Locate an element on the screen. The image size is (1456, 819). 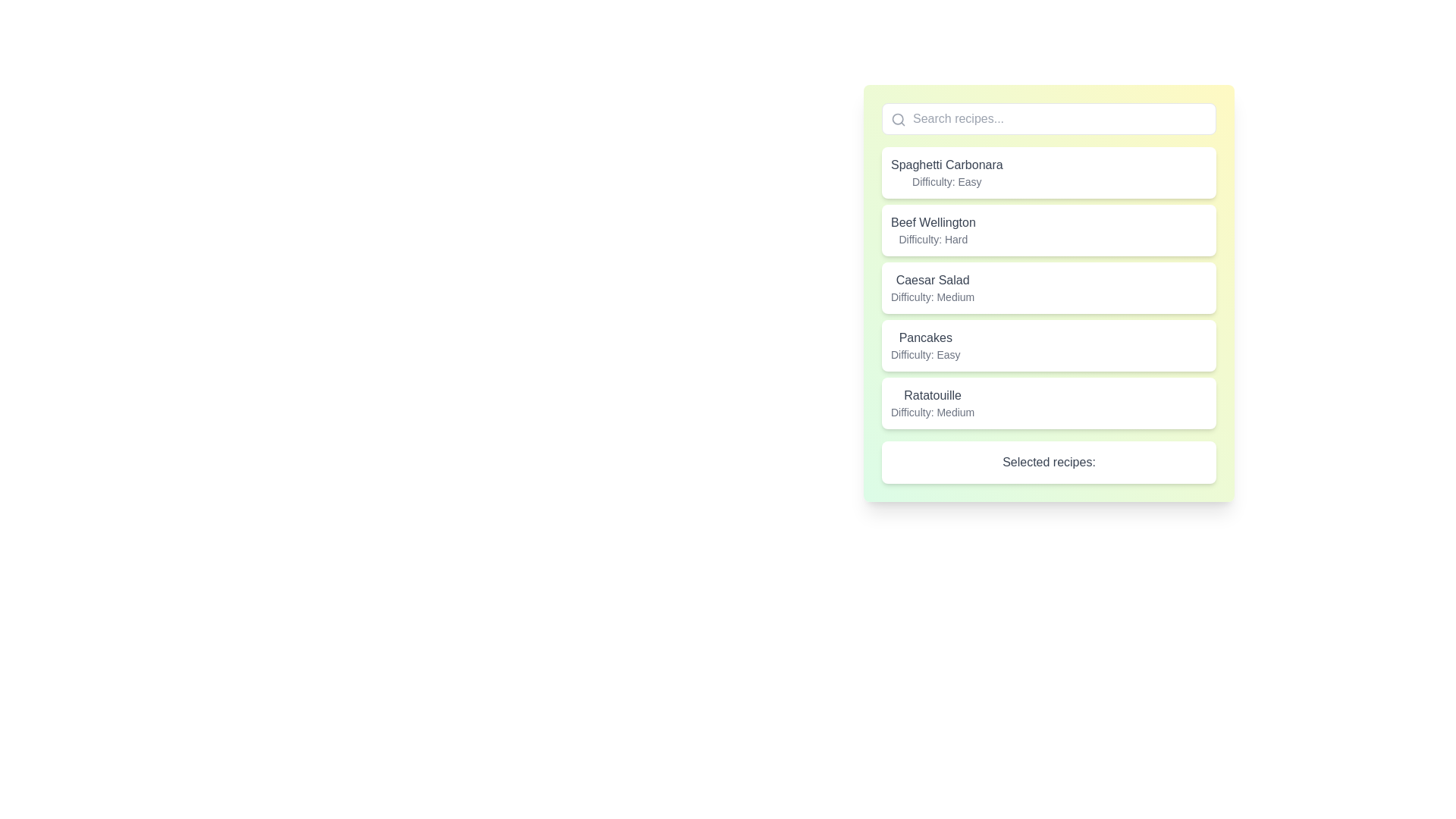
the input field associated with the search icon represented by a magnifying glass SVG graphic, located at the beginning of the search input field is located at coordinates (899, 119).